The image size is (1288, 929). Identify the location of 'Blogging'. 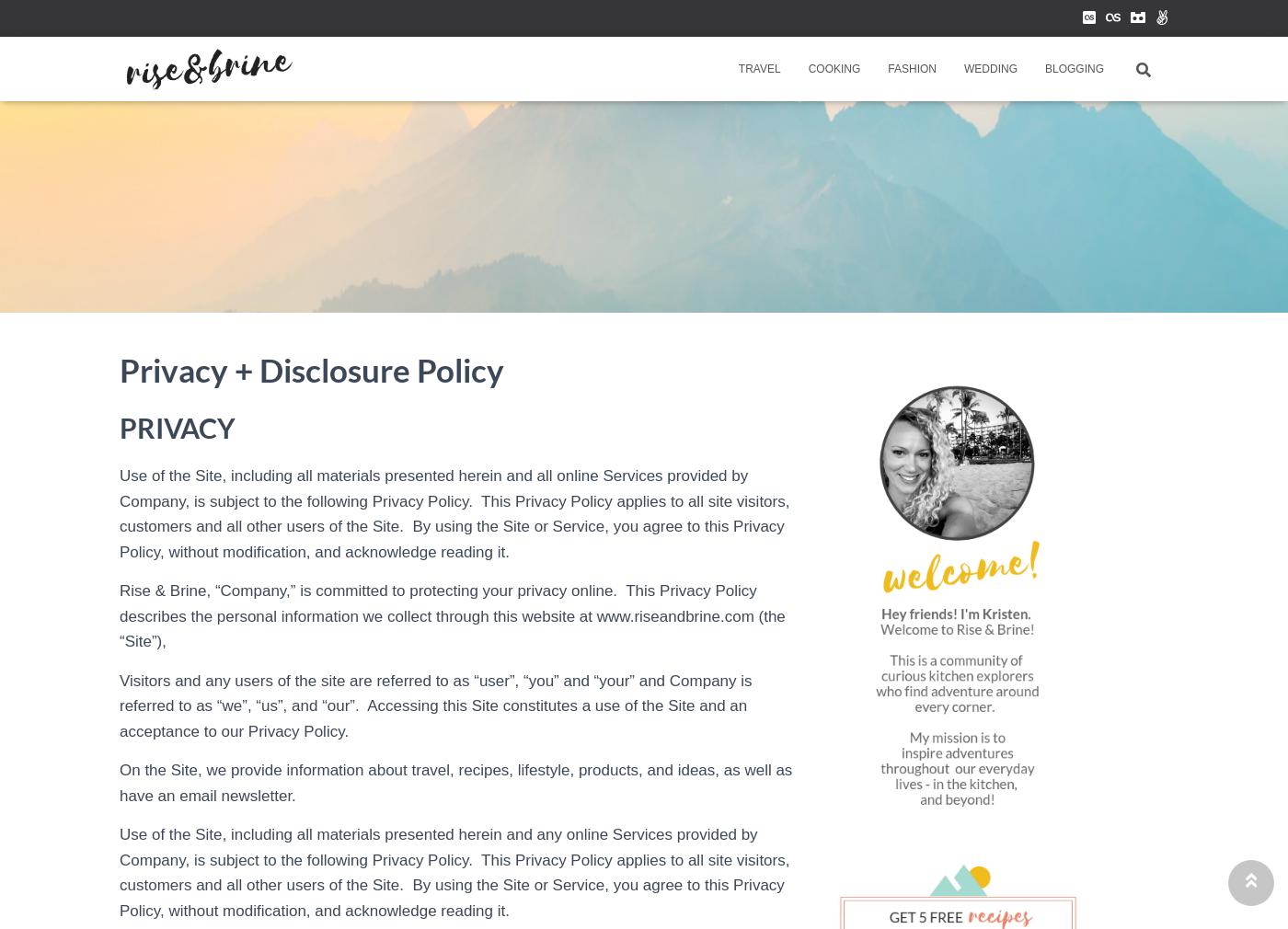
(1074, 68).